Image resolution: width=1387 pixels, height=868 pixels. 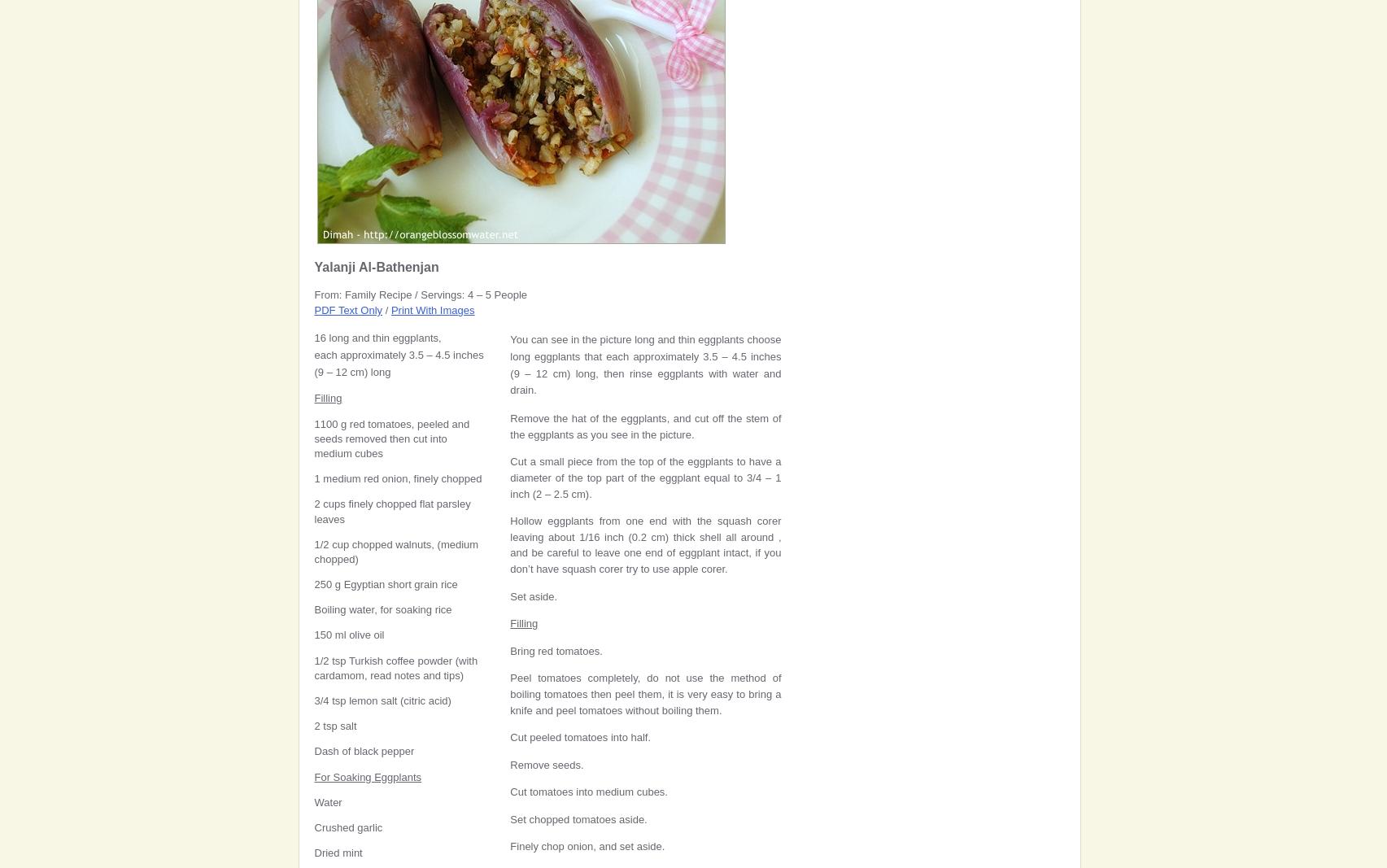 I want to click on '150 ml olive oil', so click(x=347, y=634).